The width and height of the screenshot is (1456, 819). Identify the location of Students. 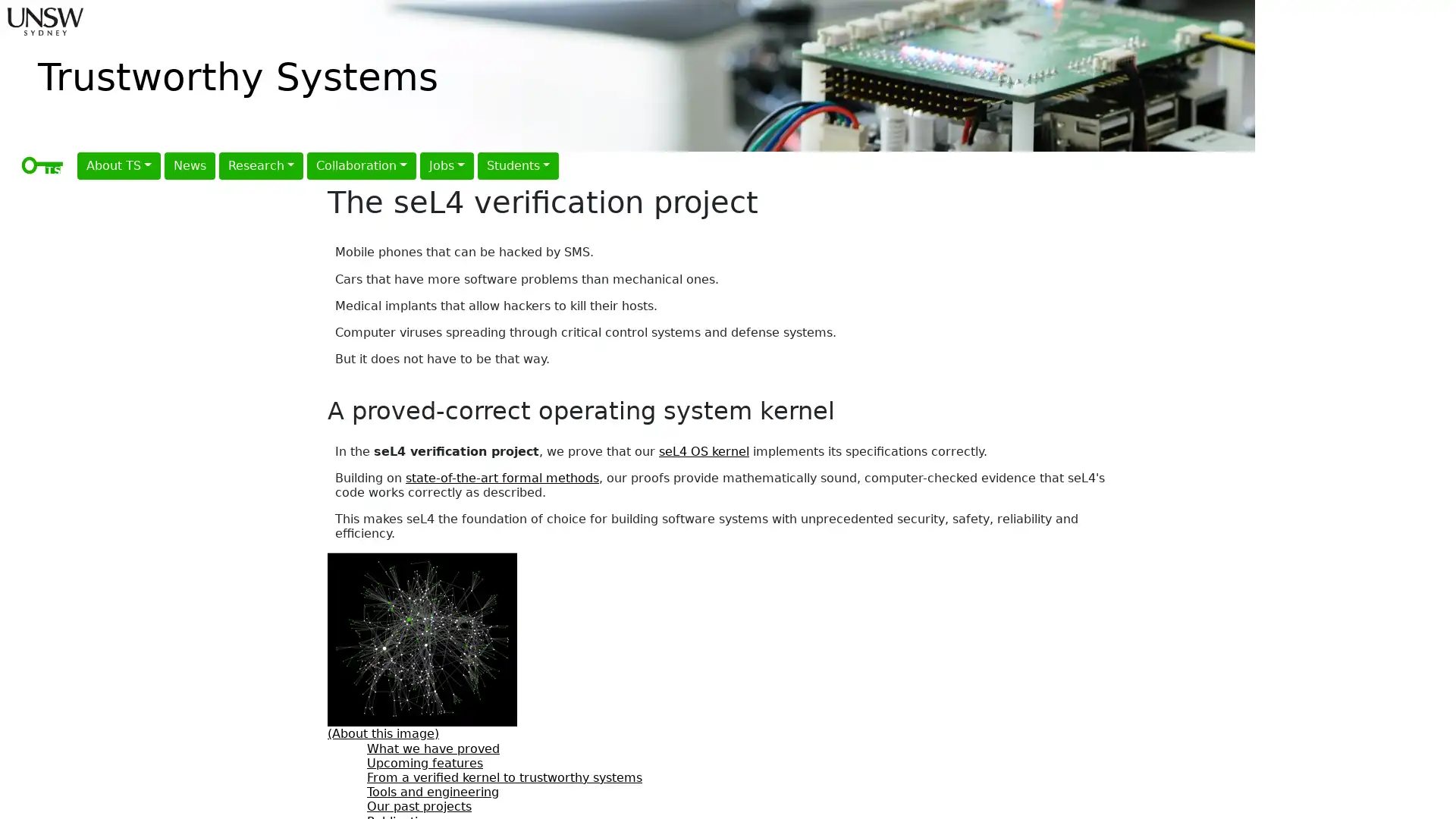
(517, 165).